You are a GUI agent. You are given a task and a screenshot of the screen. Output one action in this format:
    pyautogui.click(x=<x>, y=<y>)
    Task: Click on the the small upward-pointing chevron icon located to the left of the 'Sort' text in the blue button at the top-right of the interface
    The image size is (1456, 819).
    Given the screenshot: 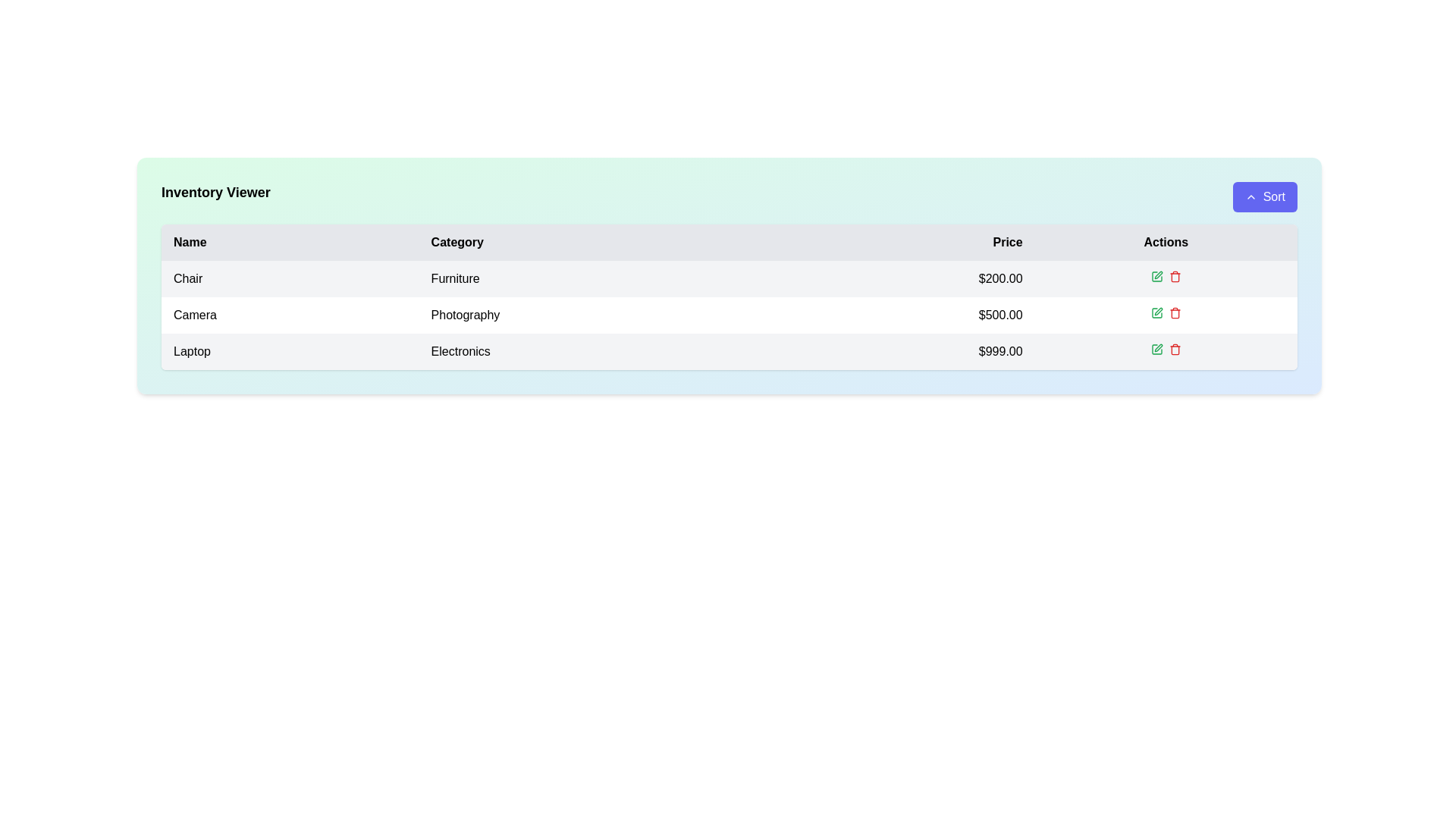 What is the action you would take?
    pyautogui.click(x=1250, y=196)
    